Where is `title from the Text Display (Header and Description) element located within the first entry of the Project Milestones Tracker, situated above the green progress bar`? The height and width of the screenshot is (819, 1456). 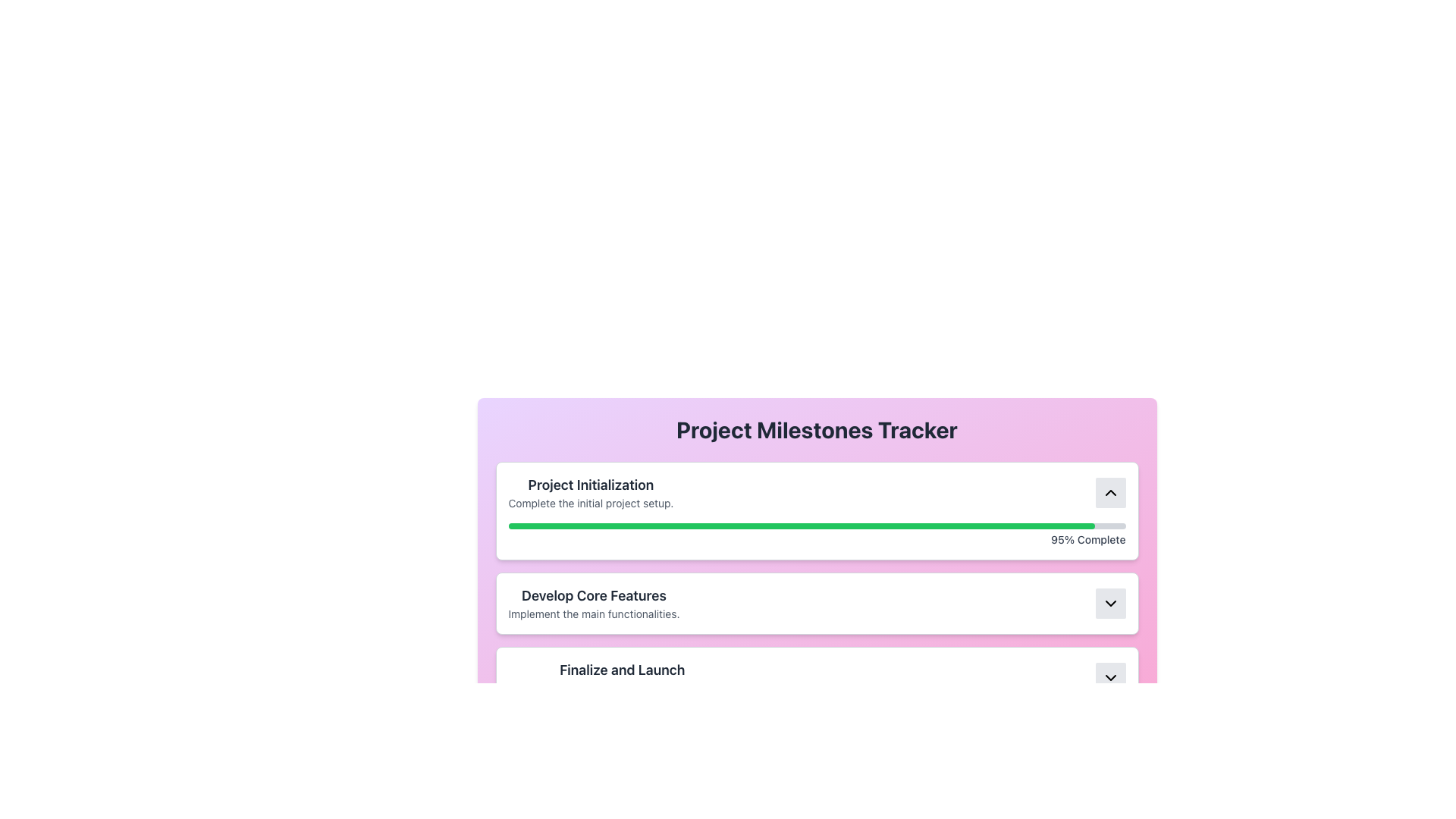 title from the Text Display (Header and Description) element located within the first entry of the Project Milestones Tracker, situated above the green progress bar is located at coordinates (590, 493).